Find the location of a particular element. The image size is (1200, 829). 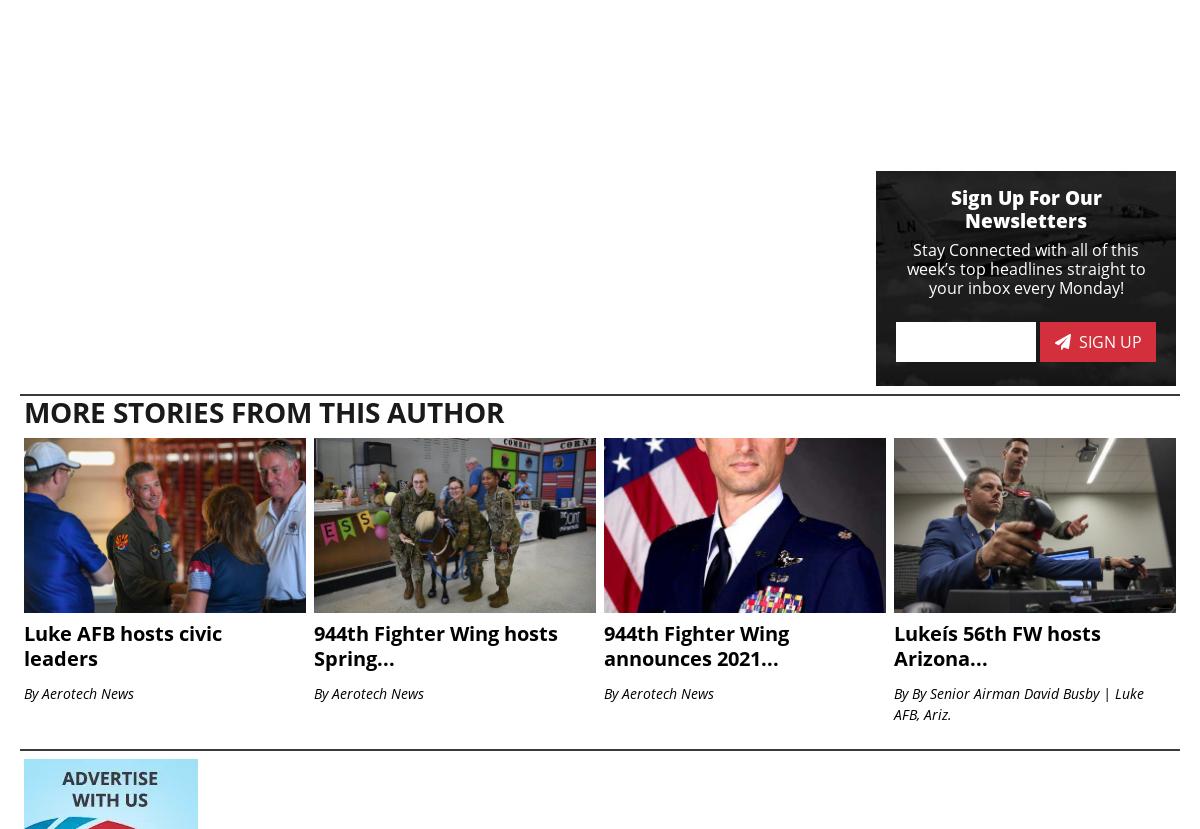

'Stay Connected with all of this week’s top headlines straight to your inbox every Monday!' is located at coordinates (1025, 267).